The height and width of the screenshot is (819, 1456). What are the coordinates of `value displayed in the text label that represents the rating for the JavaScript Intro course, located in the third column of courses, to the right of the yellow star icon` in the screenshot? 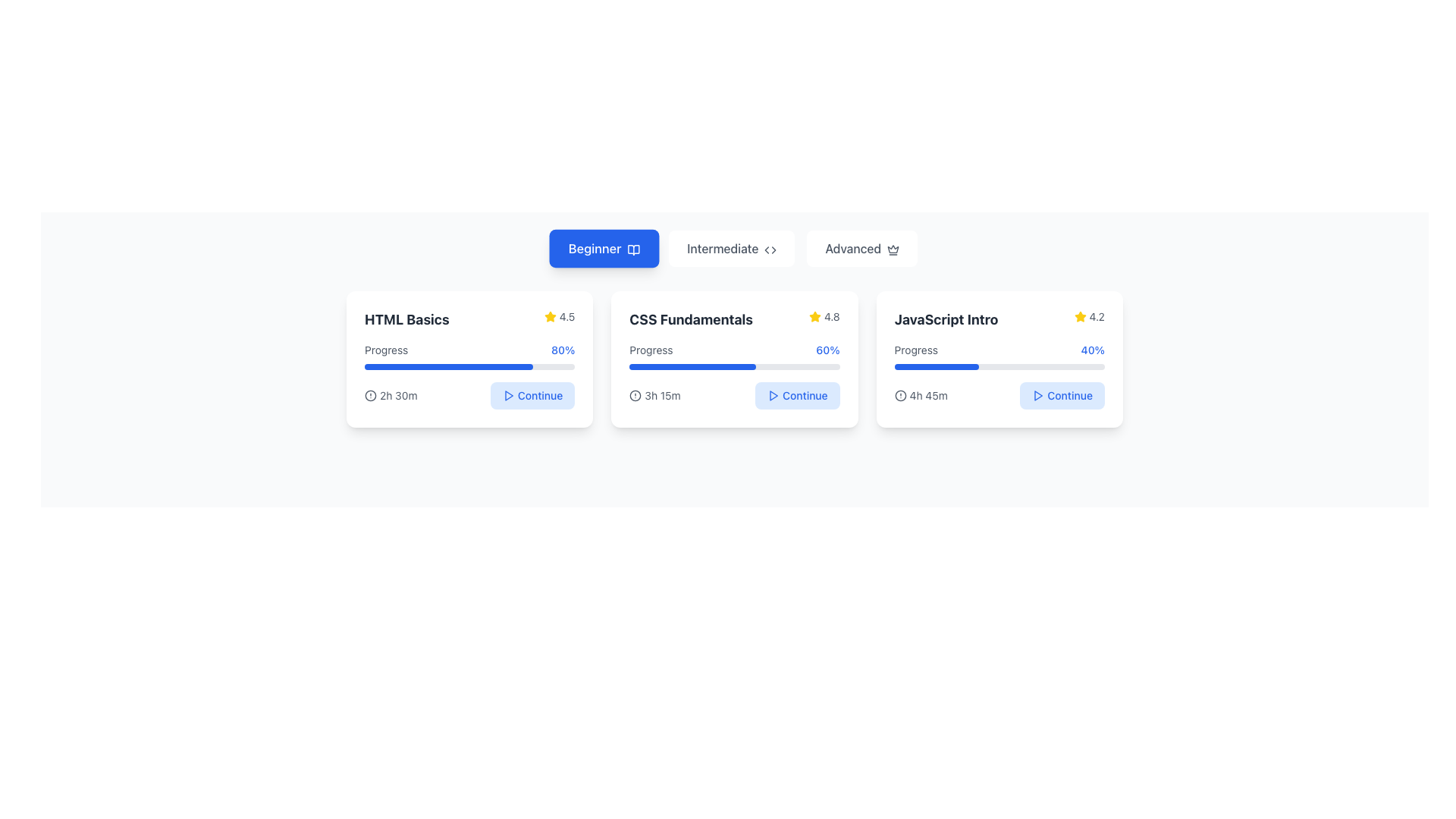 It's located at (1097, 315).